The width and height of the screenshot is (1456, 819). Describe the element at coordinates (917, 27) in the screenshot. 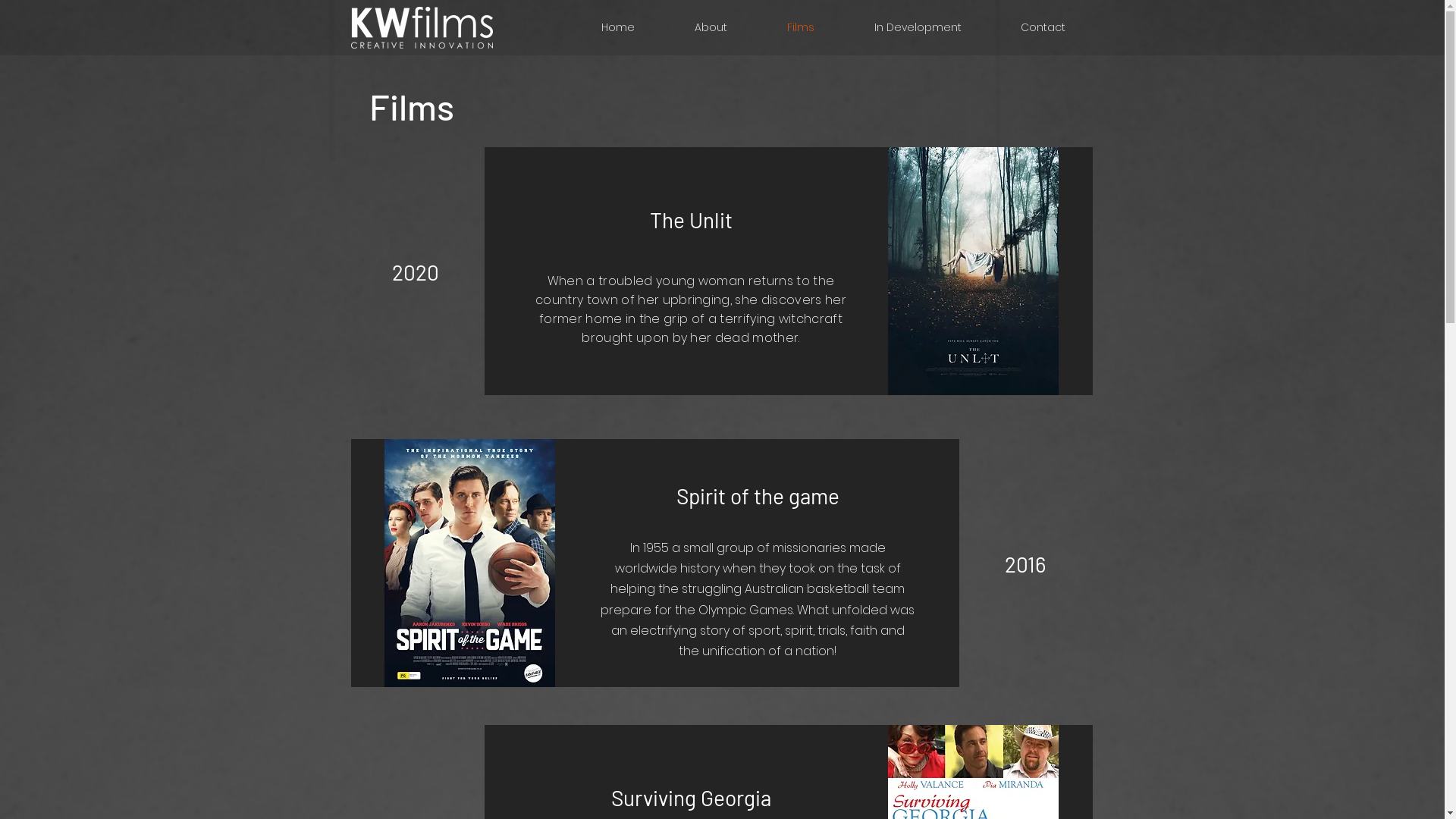

I see `'In Development'` at that location.